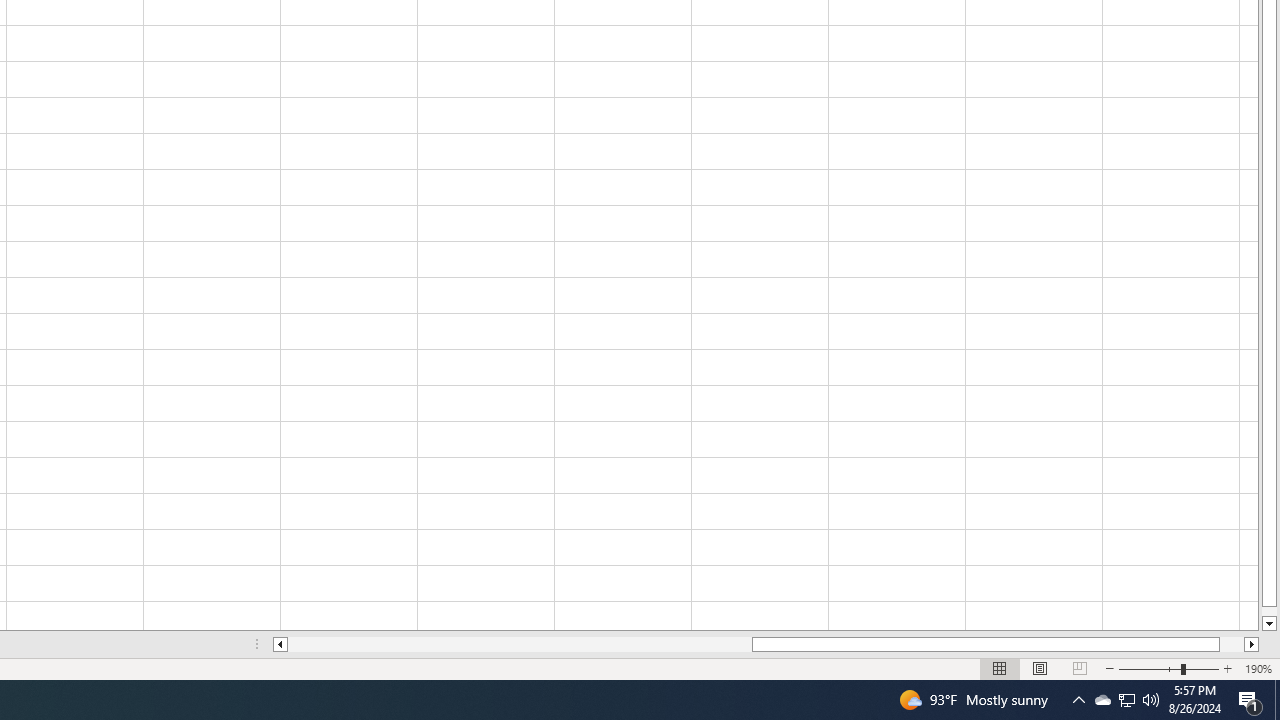 The image size is (1280, 720). I want to click on 'Zoom Out', so click(1150, 669).